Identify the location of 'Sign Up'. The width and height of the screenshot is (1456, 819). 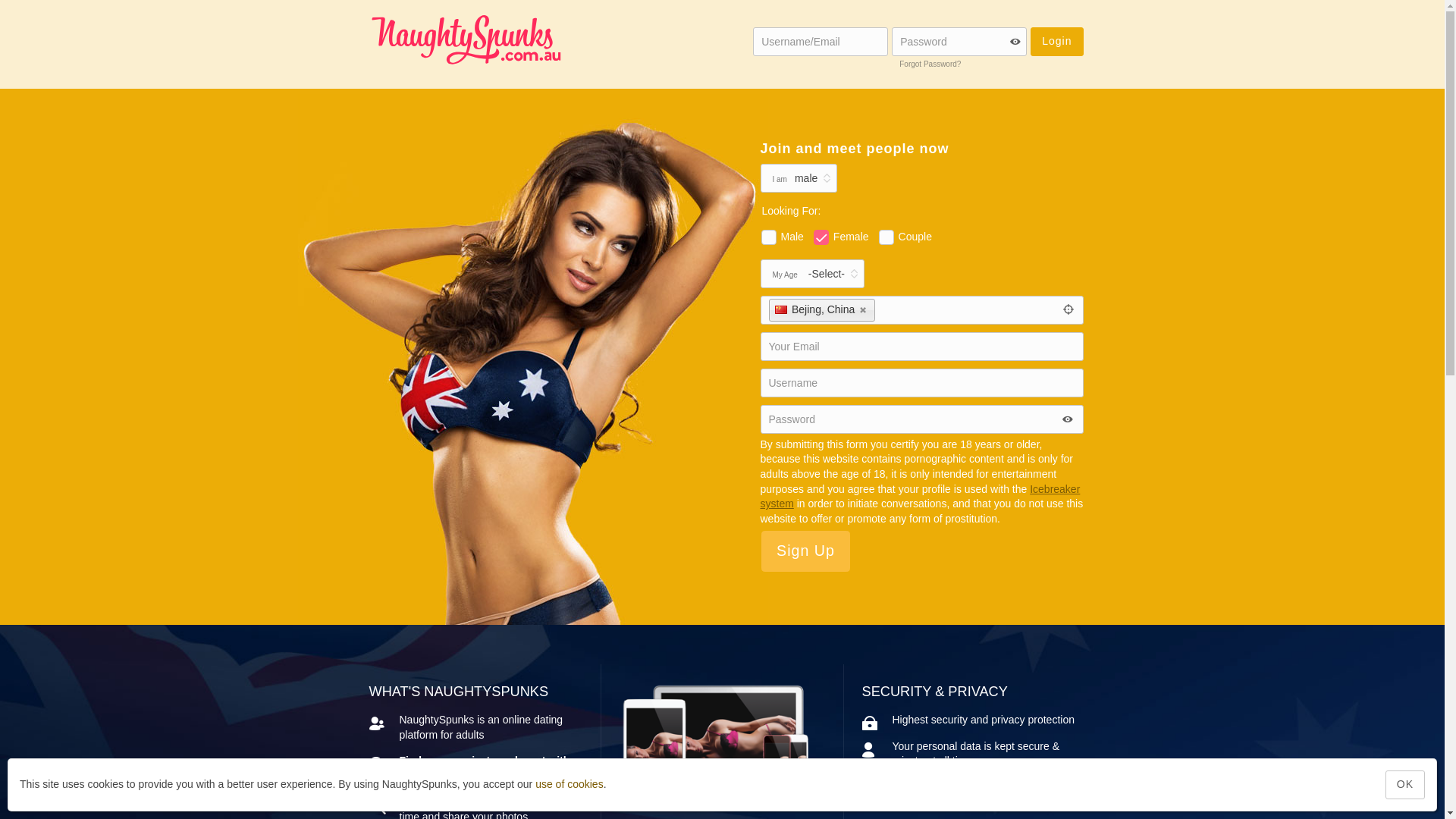
(761, 551).